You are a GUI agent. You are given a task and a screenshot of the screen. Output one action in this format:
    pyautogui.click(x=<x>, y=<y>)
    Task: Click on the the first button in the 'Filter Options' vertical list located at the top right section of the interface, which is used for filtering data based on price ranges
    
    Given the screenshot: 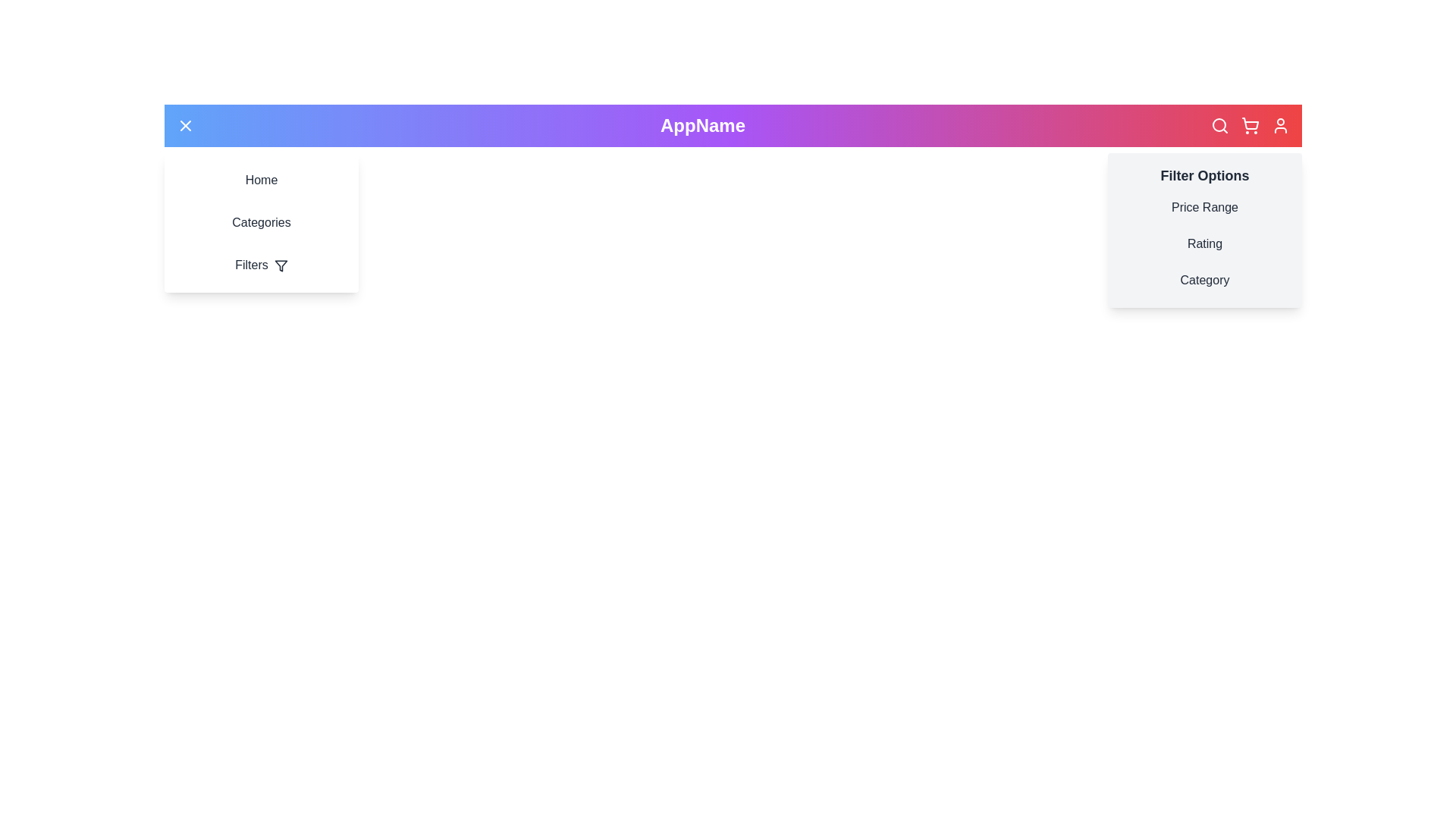 What is the action you would take?
    pyautogui.click(x=1203, y=207)
    